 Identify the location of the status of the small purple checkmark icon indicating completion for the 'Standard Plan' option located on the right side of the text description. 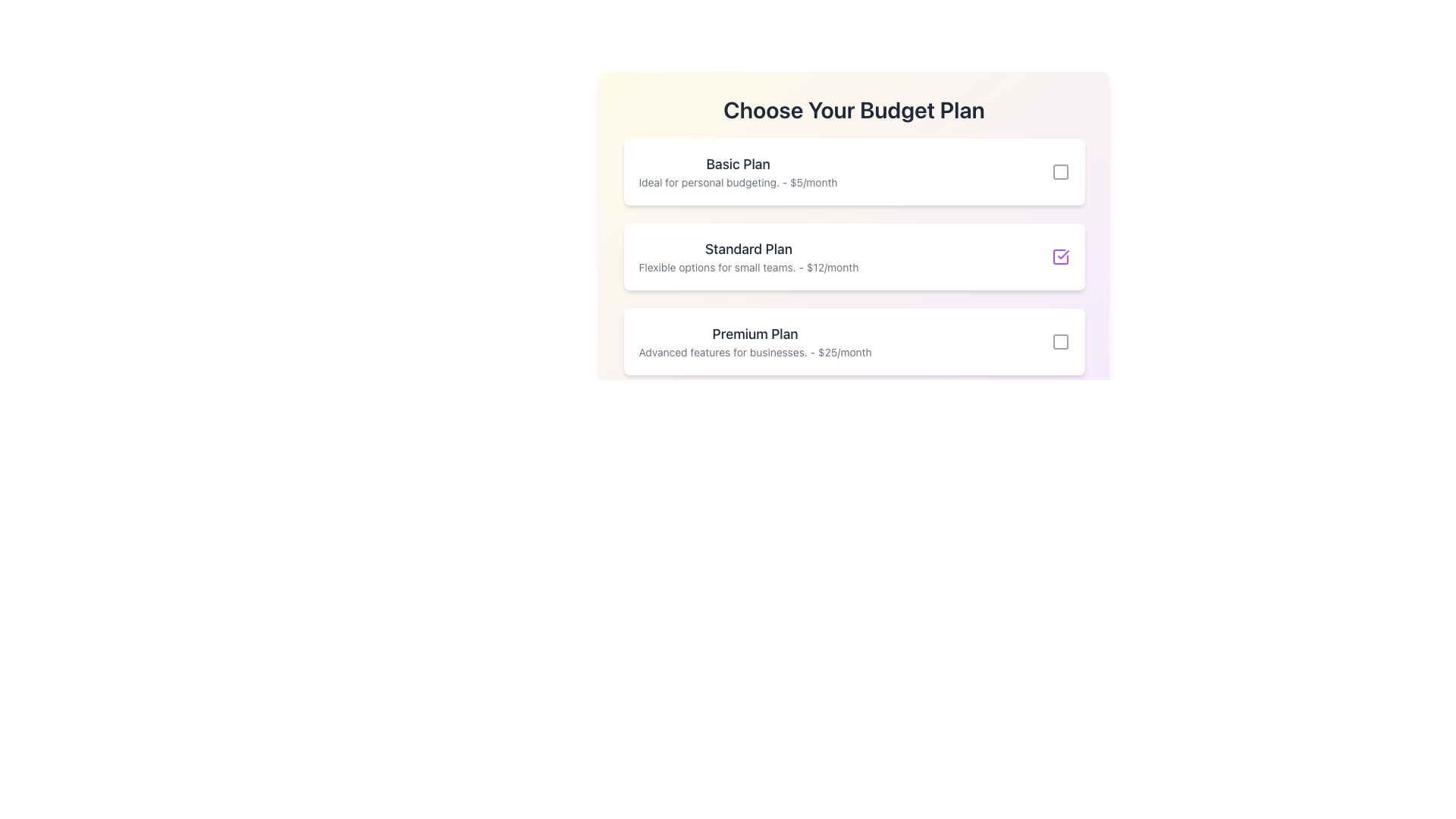
(1062, 253).